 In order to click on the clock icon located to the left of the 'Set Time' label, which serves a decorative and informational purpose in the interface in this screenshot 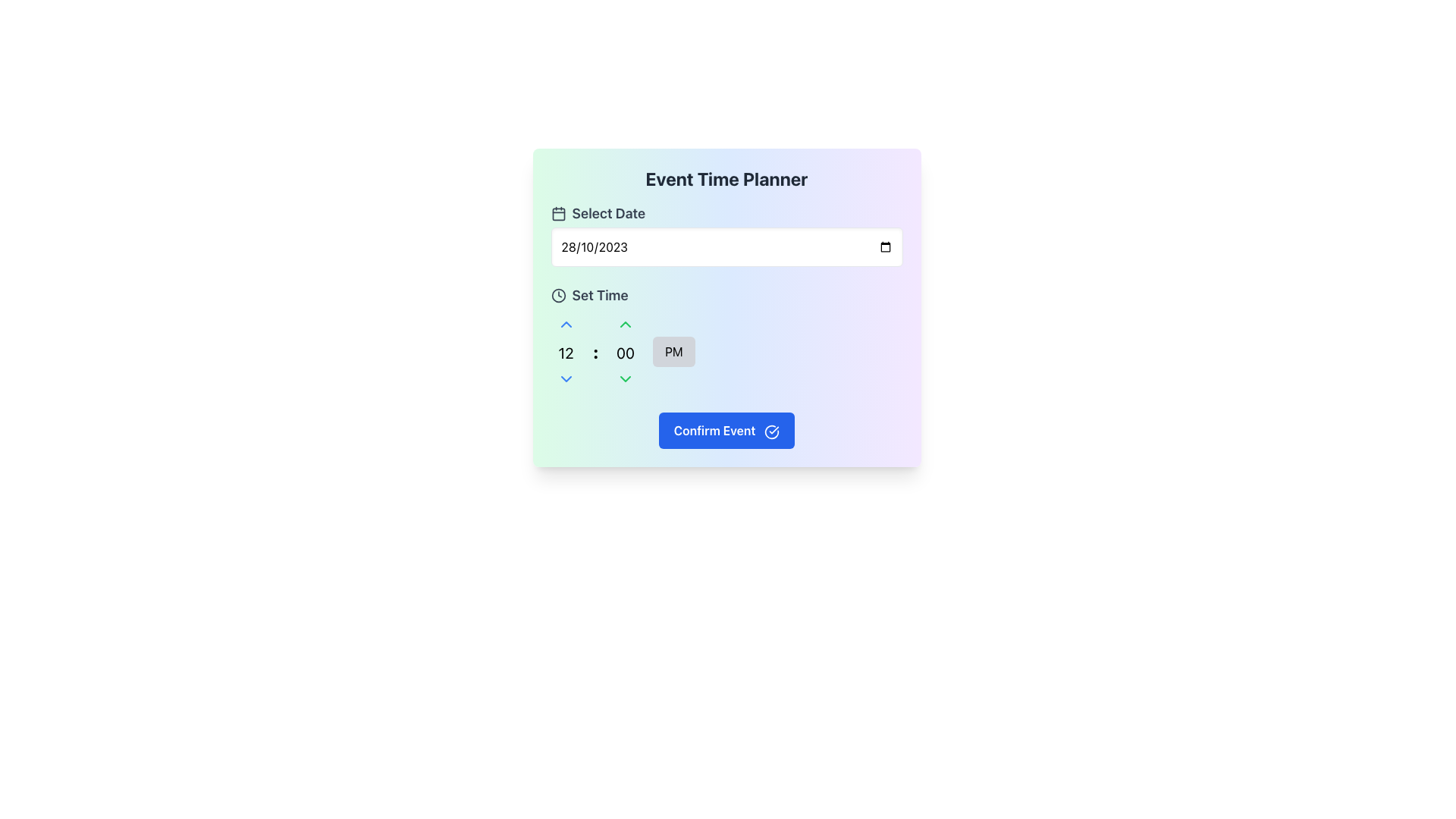, I will do `click(557, 295)`.